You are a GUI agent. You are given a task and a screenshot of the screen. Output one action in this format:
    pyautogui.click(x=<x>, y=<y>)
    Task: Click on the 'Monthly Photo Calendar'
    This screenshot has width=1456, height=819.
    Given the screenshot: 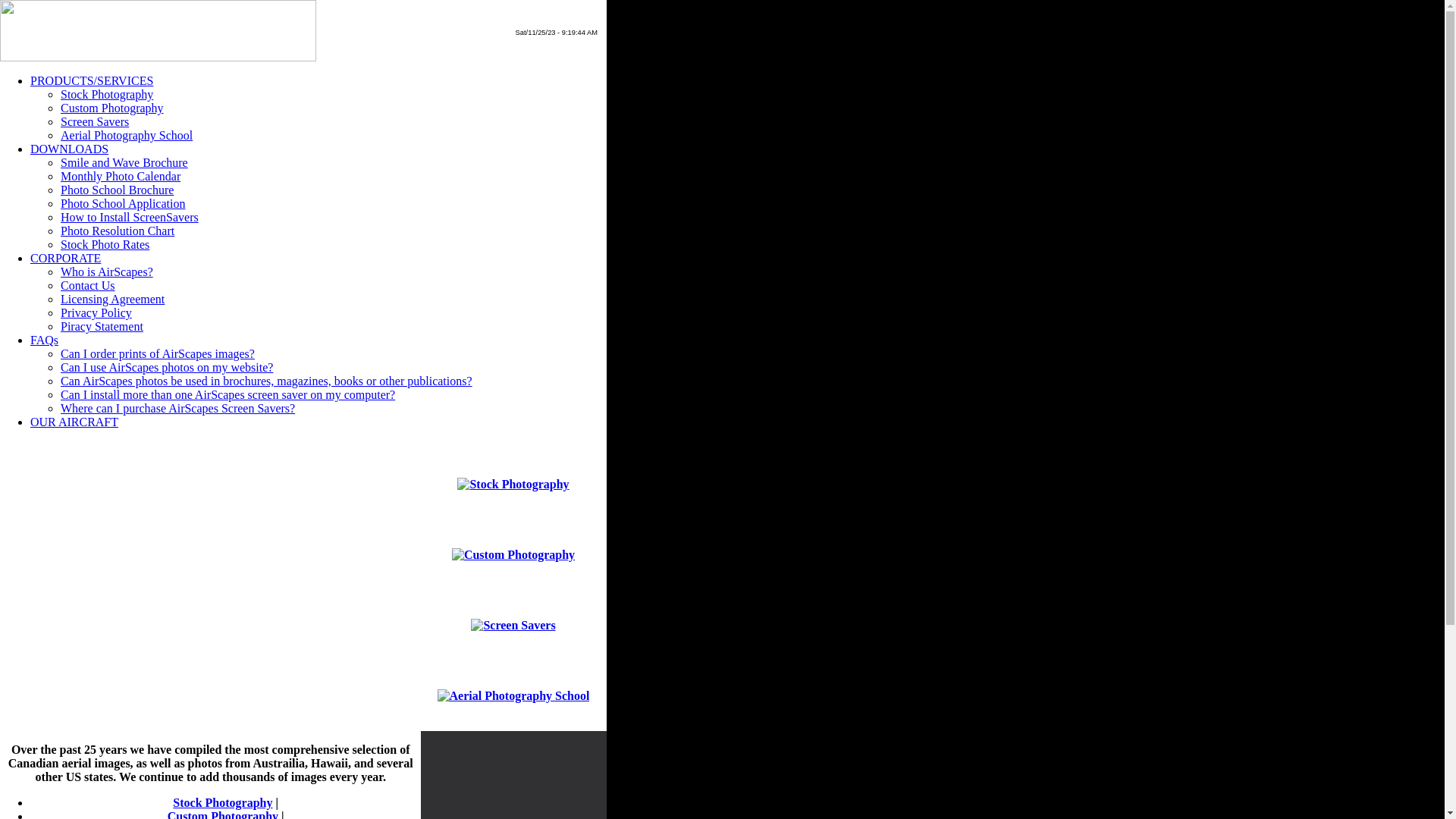 What is the action you would take?
    pyautogui.click(x=119, y=175)
    